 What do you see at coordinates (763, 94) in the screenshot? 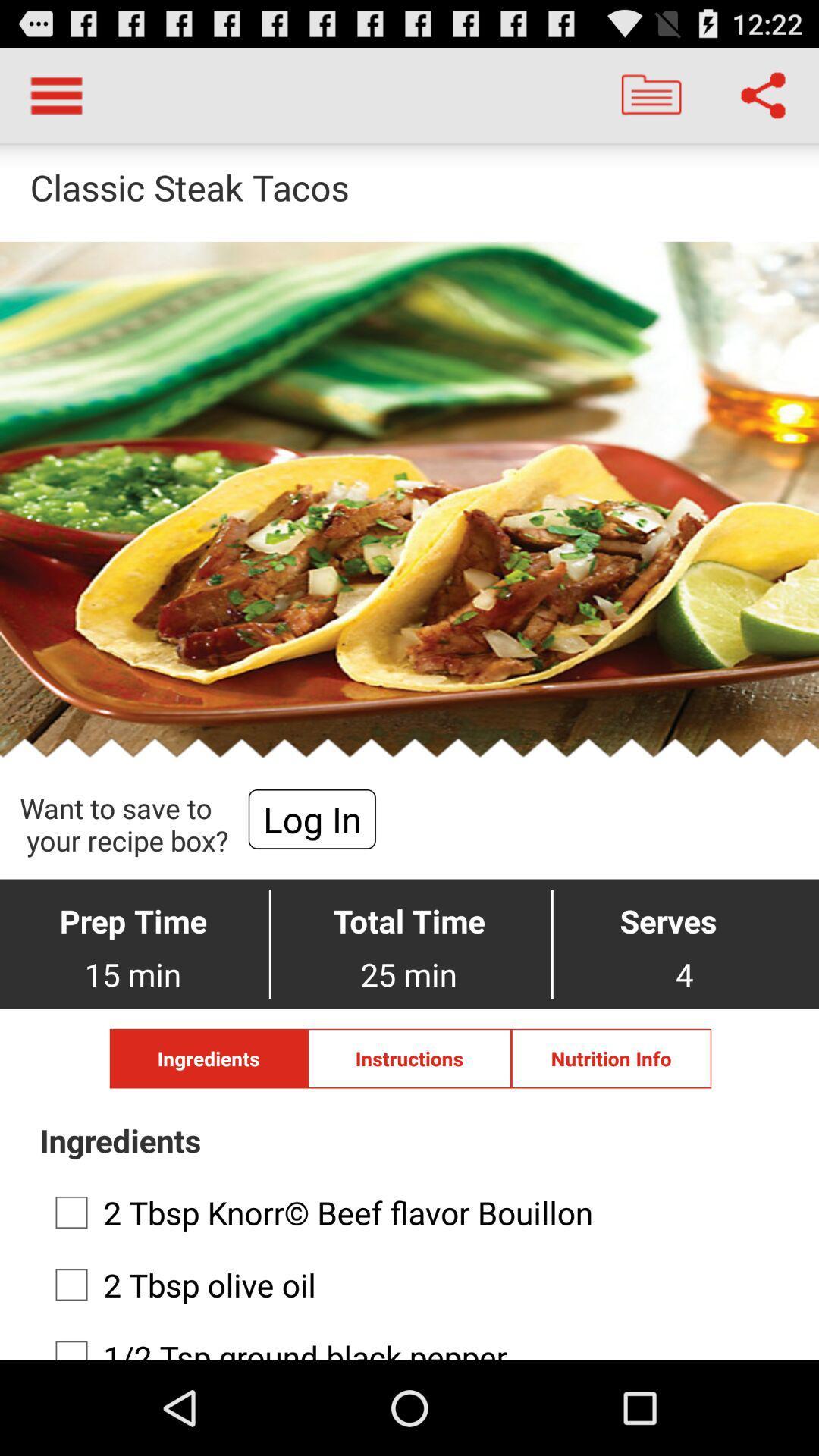
I see `share icon` at bounding box center [763, 94].